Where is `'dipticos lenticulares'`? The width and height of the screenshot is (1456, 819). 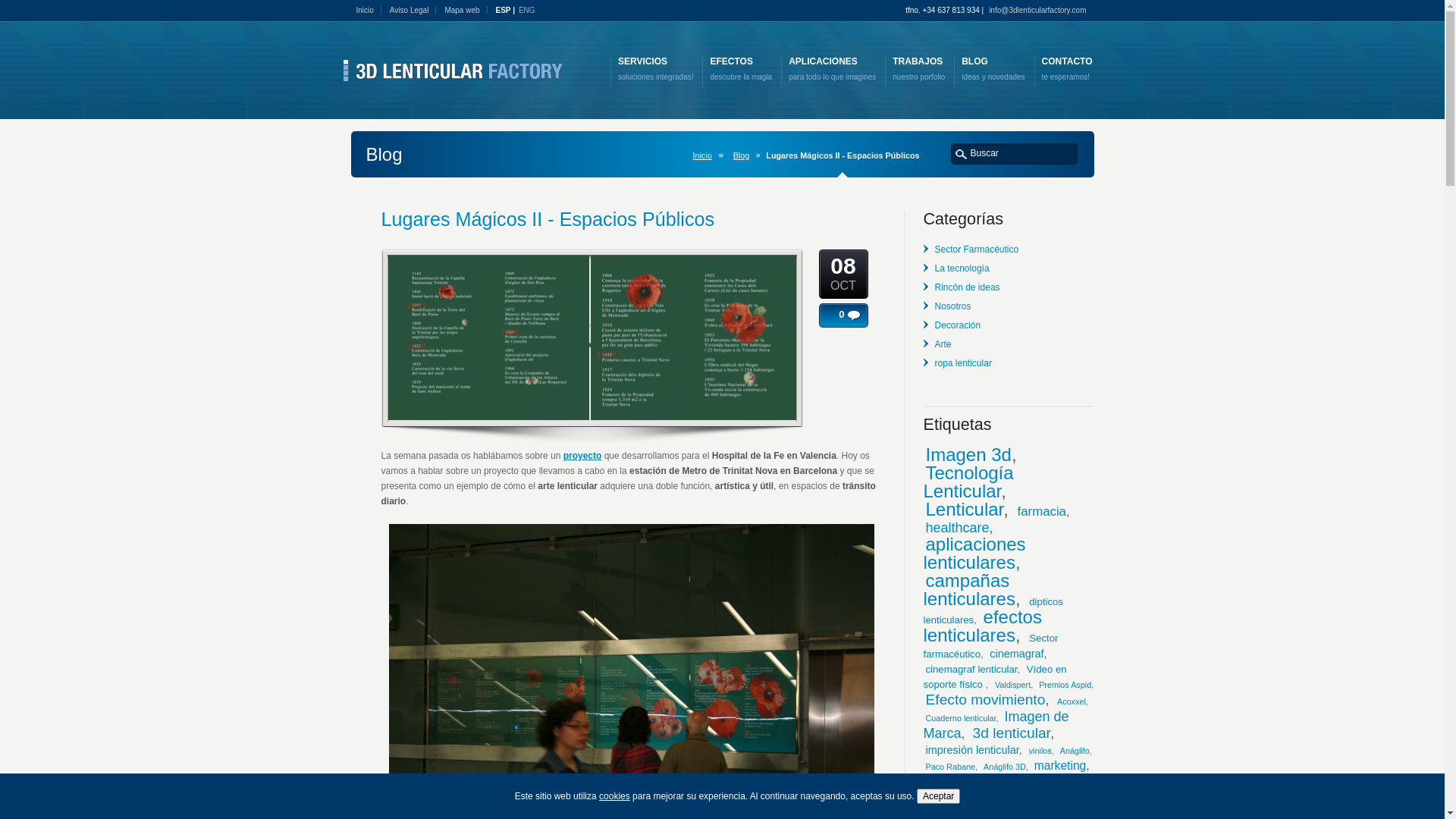 'dipticos lenticulares' is located at coordinates (993, 610).